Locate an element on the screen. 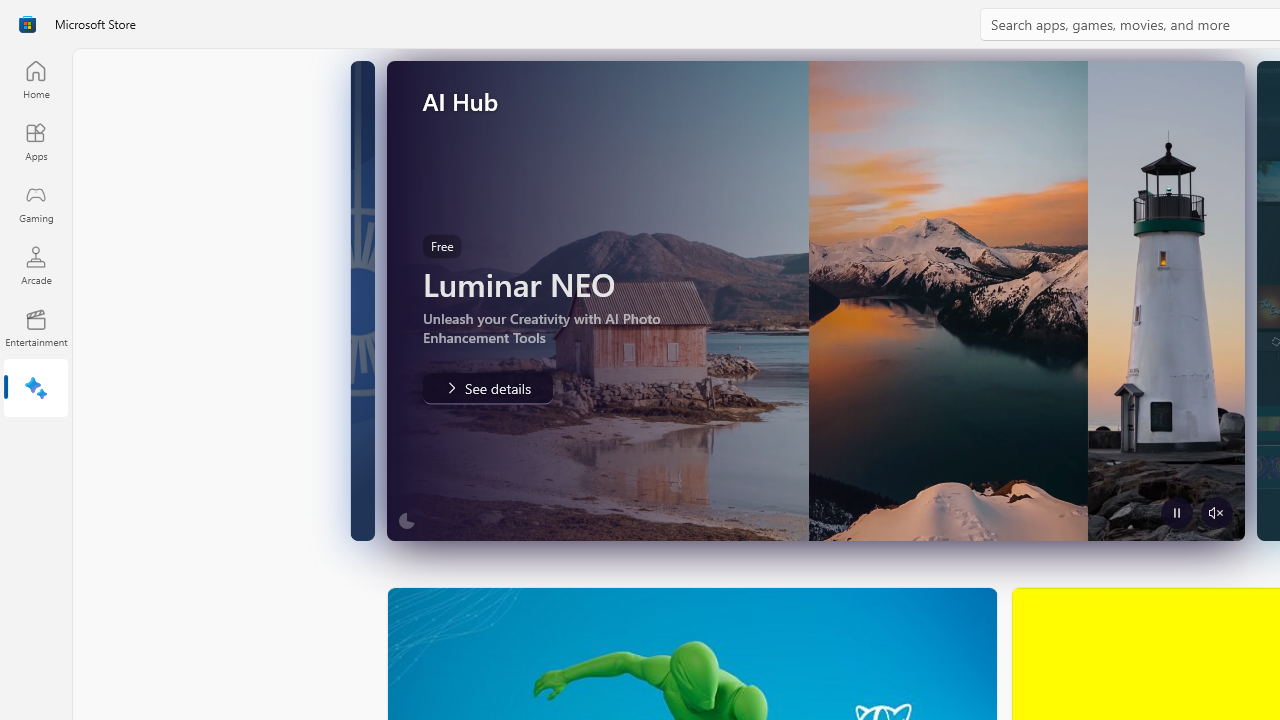 Image resolution: width=1280 pixels, height=720 pixels. 'Unmute' is located at coordinates (1215, 512).